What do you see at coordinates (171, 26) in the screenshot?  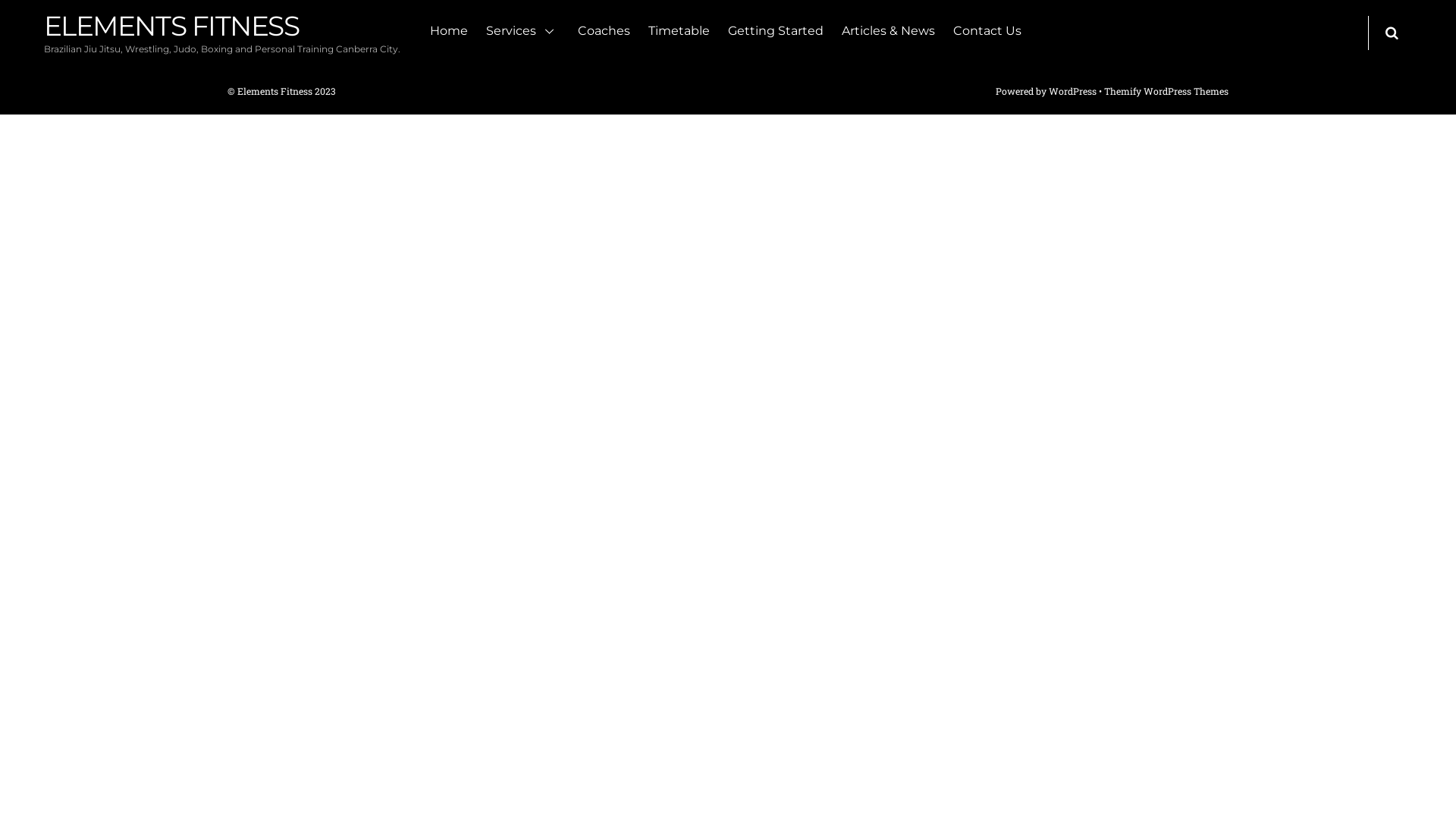 I see `'ELEMENTS FITNESS'` at bounding box center [171, 26].